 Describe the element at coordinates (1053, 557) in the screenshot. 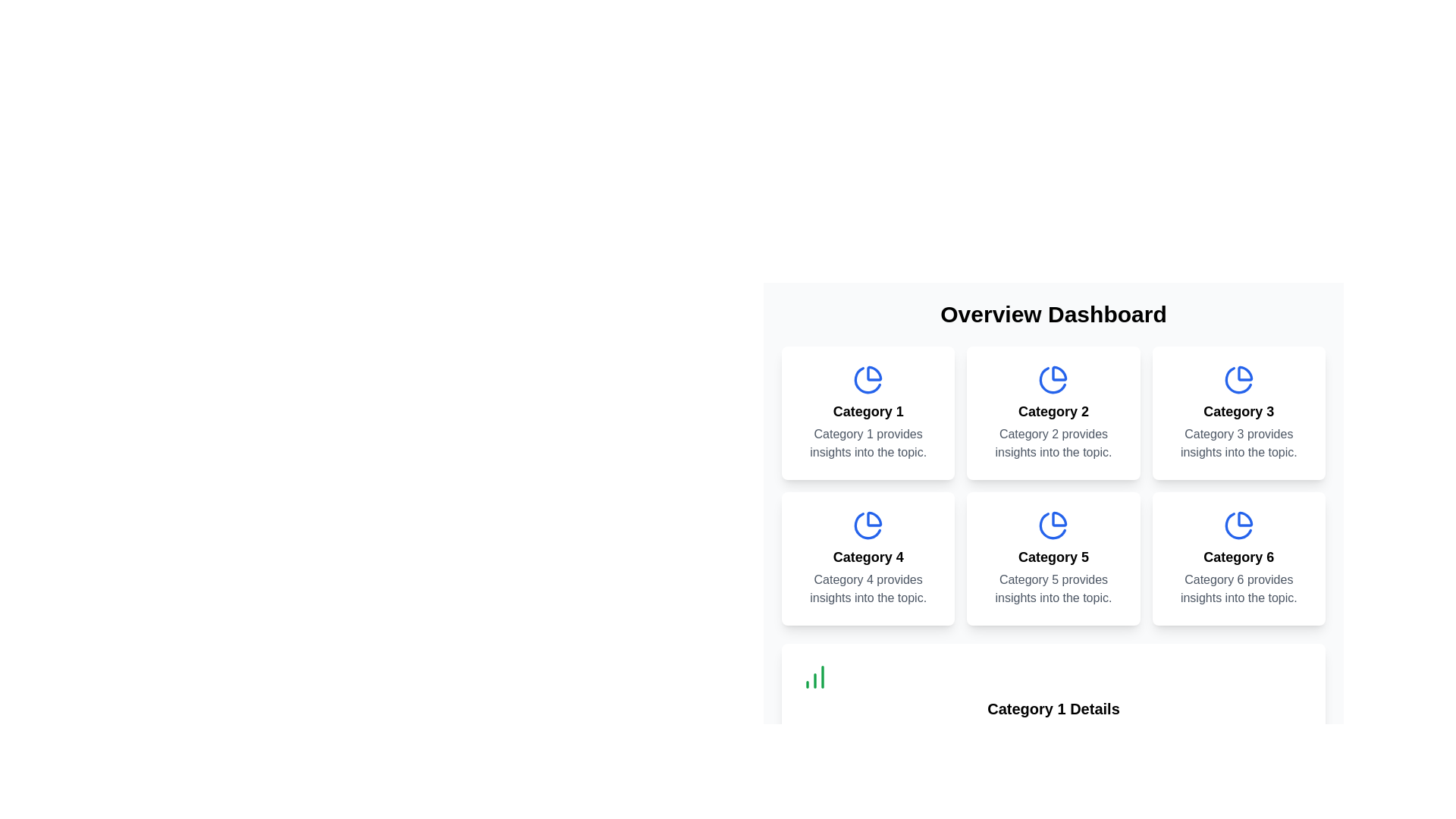

I see `the Text Label that serves as a title for the topic 'Category 5' located in the second row, second column of the grid in the Overview Dashboard section` at that location.